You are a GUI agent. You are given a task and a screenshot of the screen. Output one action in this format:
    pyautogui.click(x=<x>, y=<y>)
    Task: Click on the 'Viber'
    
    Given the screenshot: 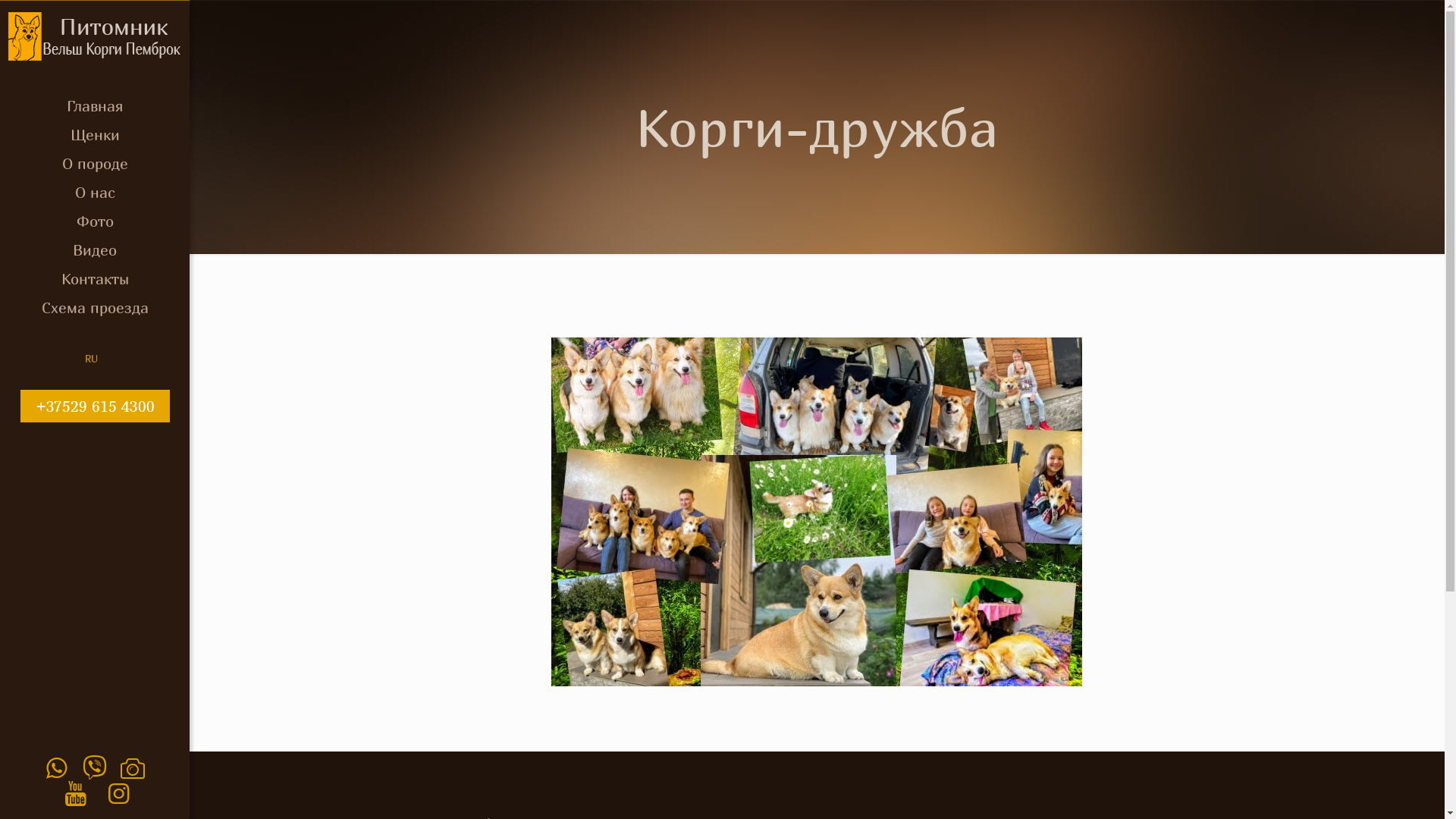 What is the action you would take?
    pyautogui.click(x=82, y=767)
    